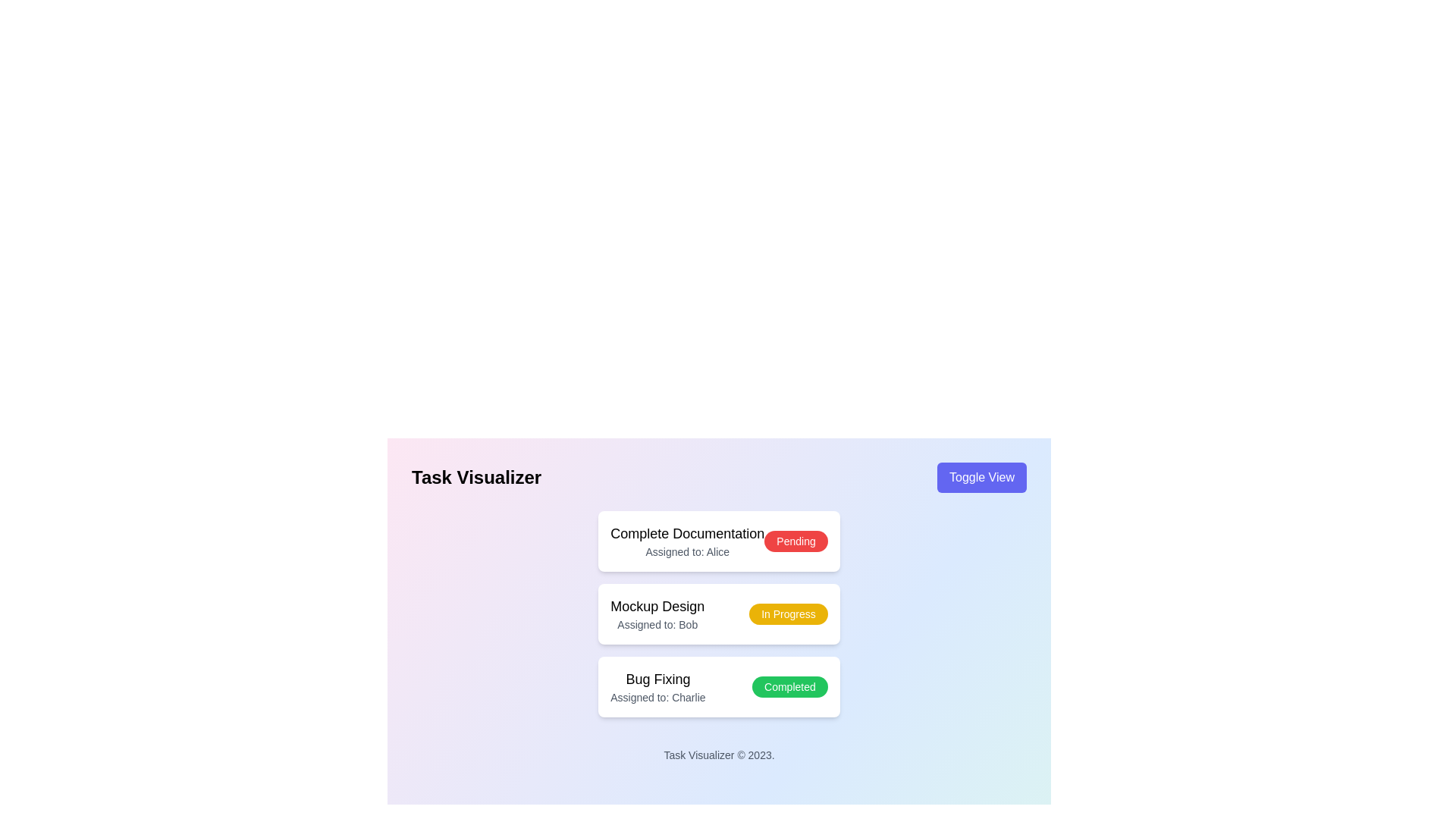 Image resolution: width=1456 pixels, height=819 pixels. Describe the element at coordinates (718, 611) in the screenshot. I see `a status badge within the Card List UI component to filter similar tasks` at that location.